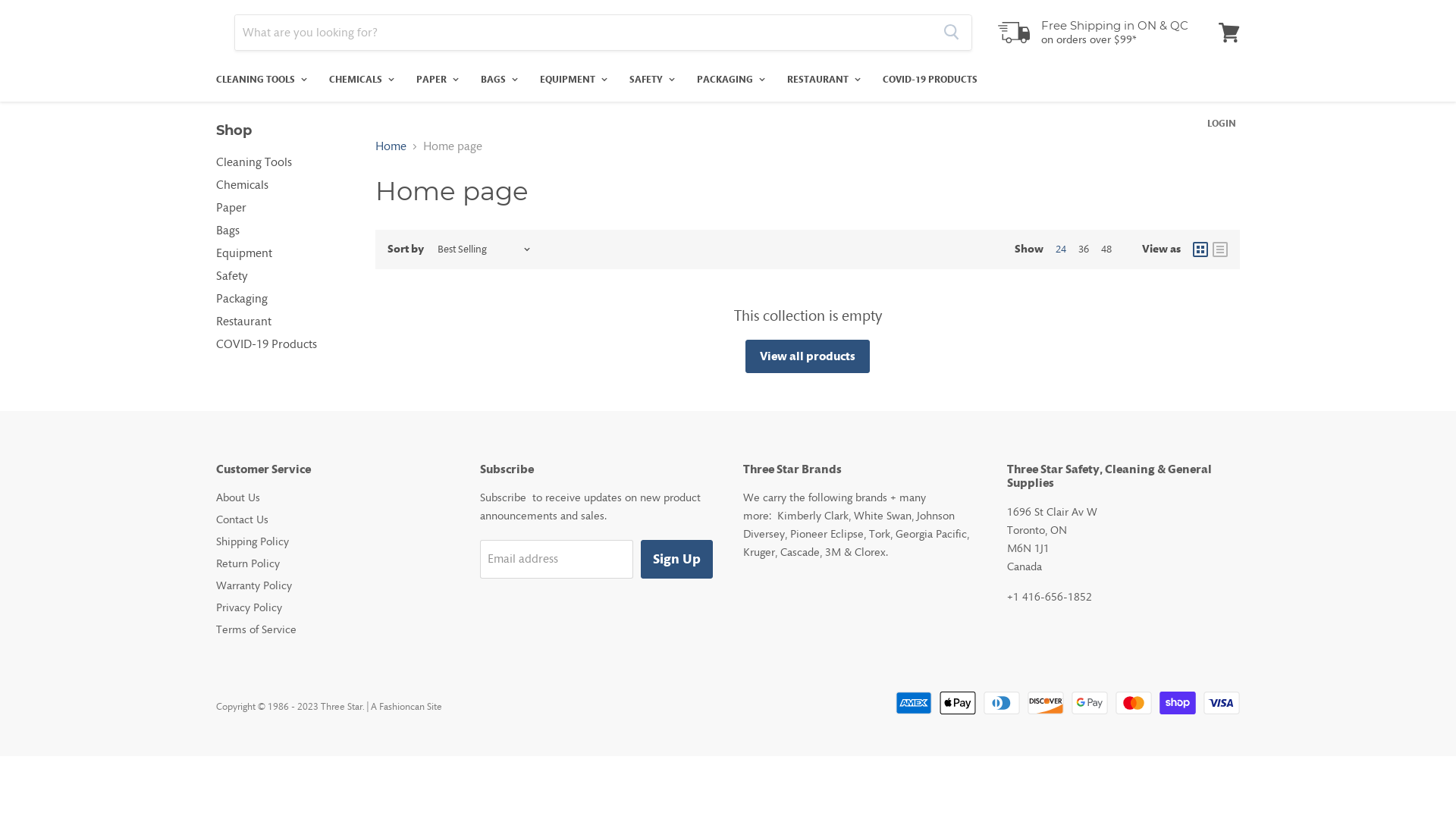 Image resolution: width=1456 pixels, height=819 pixels. Describe the element at coordinates (227, 230) in the screenshot. I see `'Bags'` at that location.